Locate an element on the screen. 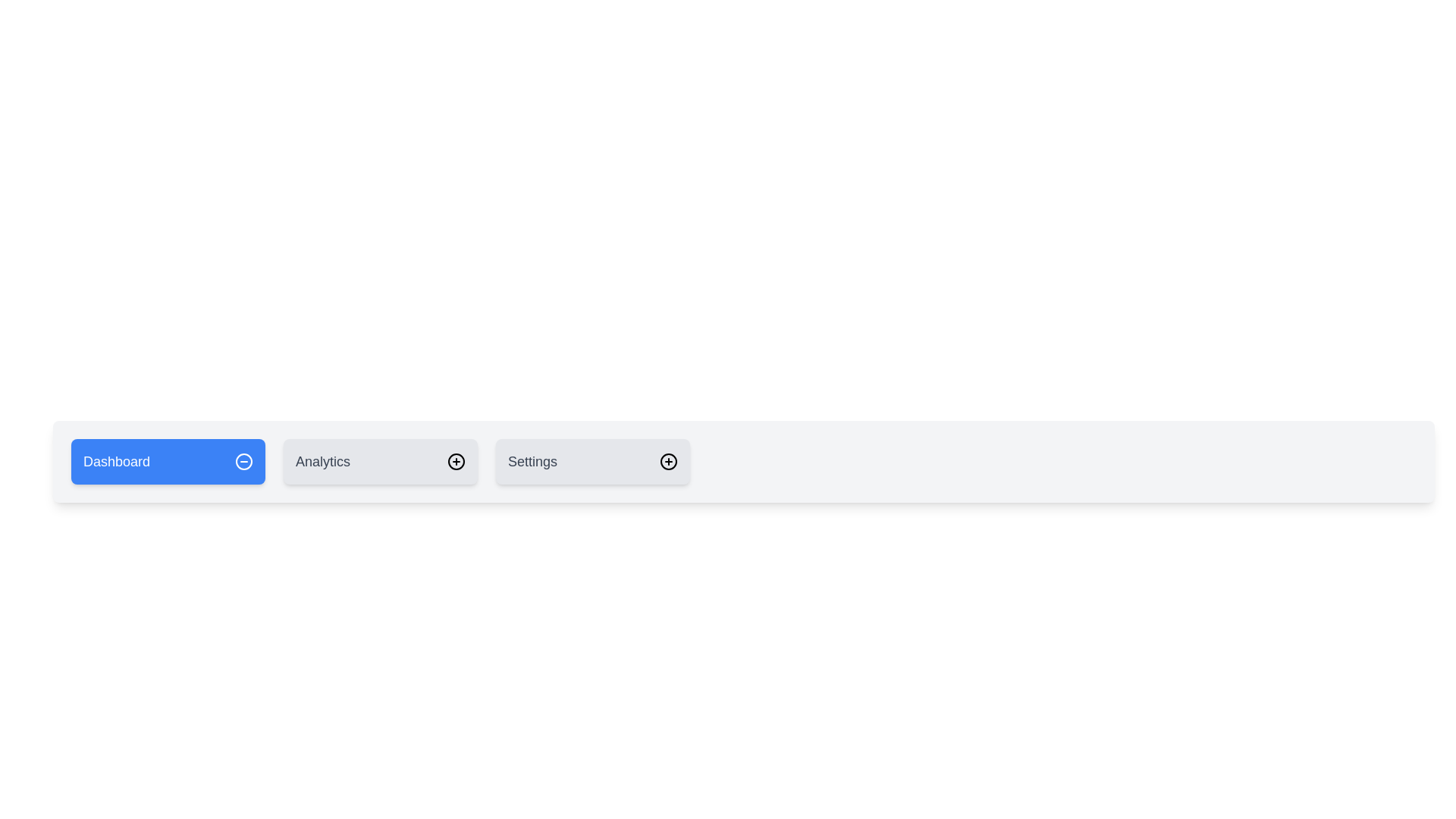 Image resolution: width=1456 pixels, height=819 pixels. the 'Analytics' button located in the second position of a row of three buttons, between the 'Dashboard' and 'Settings' buttons is located at coordinates (381, 461).